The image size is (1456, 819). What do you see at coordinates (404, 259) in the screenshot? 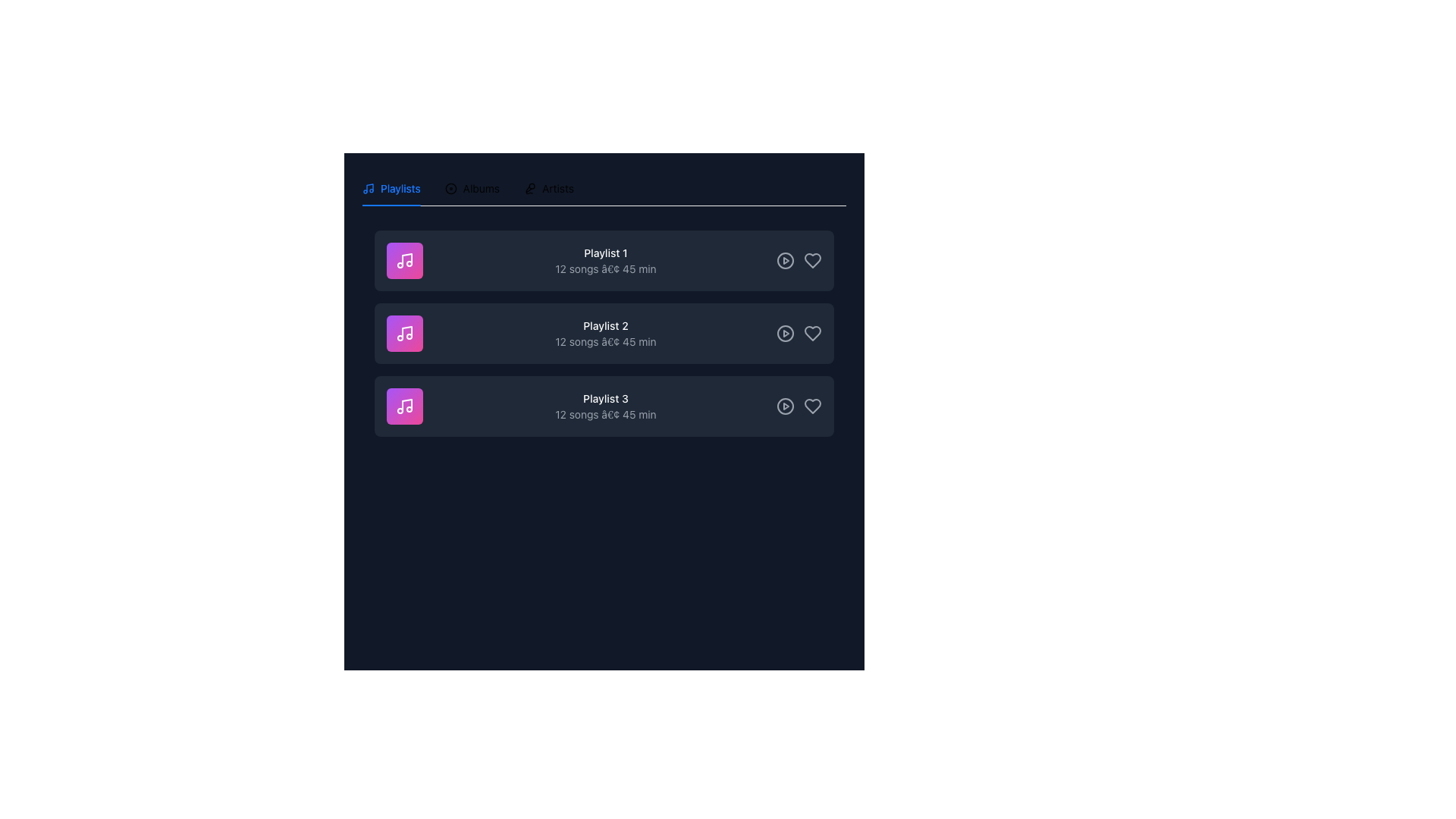
I see `the musical note icon styled in white with a gradient, located in the top-left corner of the first card of the playlist interface` at bounding box center [404, 259].